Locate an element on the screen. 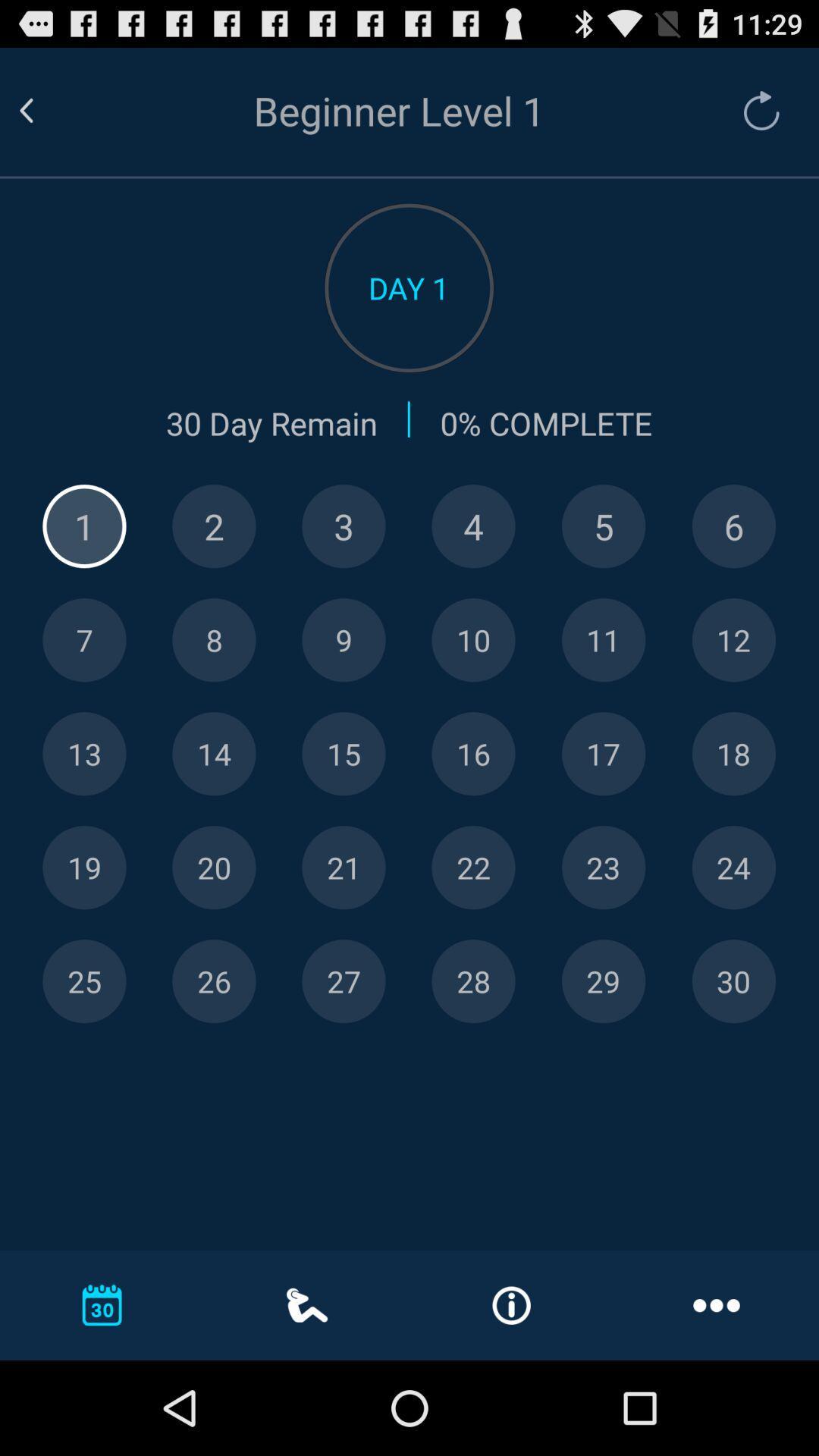 The image size is (819, 1456). day twenty-six is located at coordinates (214, 981).